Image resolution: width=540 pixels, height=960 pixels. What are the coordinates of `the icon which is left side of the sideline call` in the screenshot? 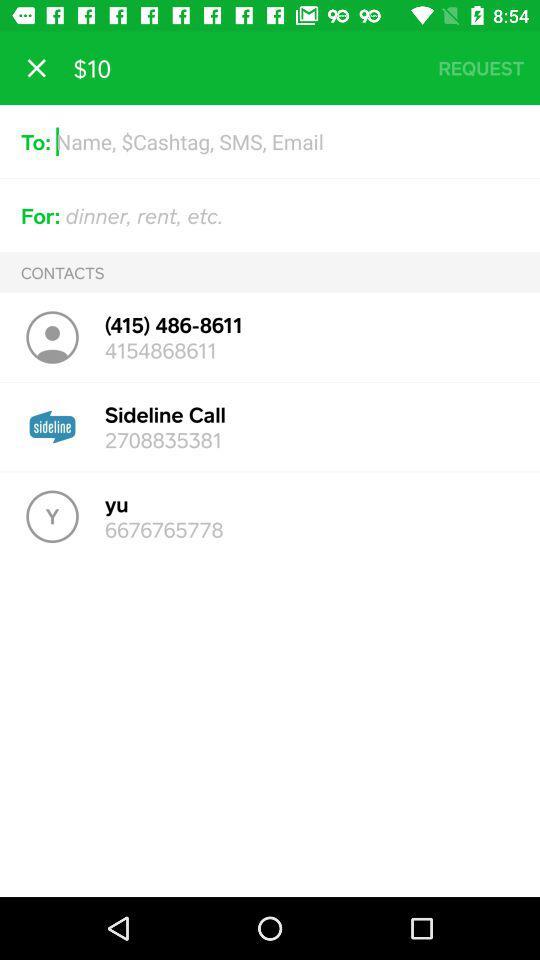 It's located at (52, 427).